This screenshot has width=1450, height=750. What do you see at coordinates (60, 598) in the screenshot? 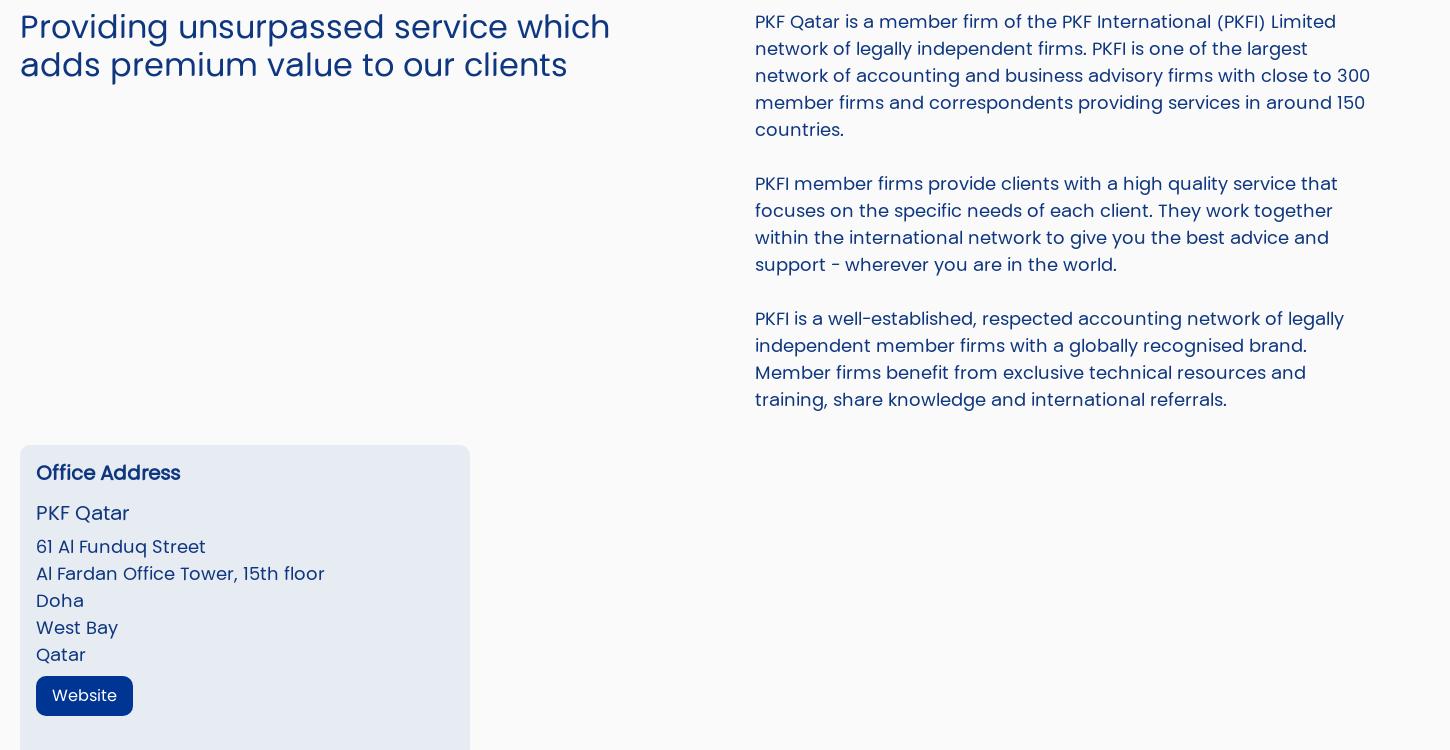
I see `'Doha'` at bounding box center [60, 598].